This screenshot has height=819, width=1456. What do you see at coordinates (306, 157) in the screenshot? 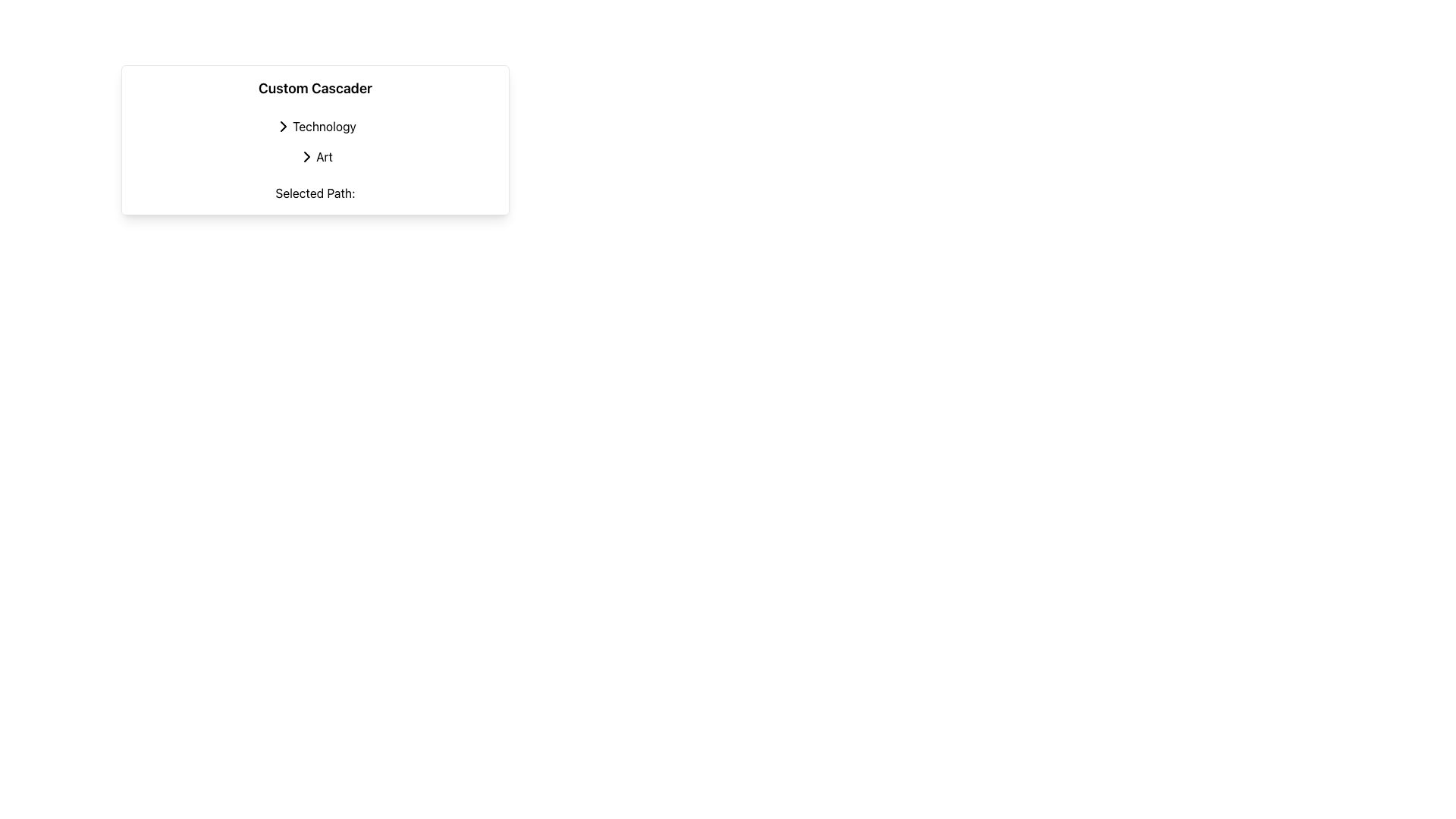
I see `the right-pointing arrow icon located to the left of the 'Art' text label` at bounding box center [306, 157].